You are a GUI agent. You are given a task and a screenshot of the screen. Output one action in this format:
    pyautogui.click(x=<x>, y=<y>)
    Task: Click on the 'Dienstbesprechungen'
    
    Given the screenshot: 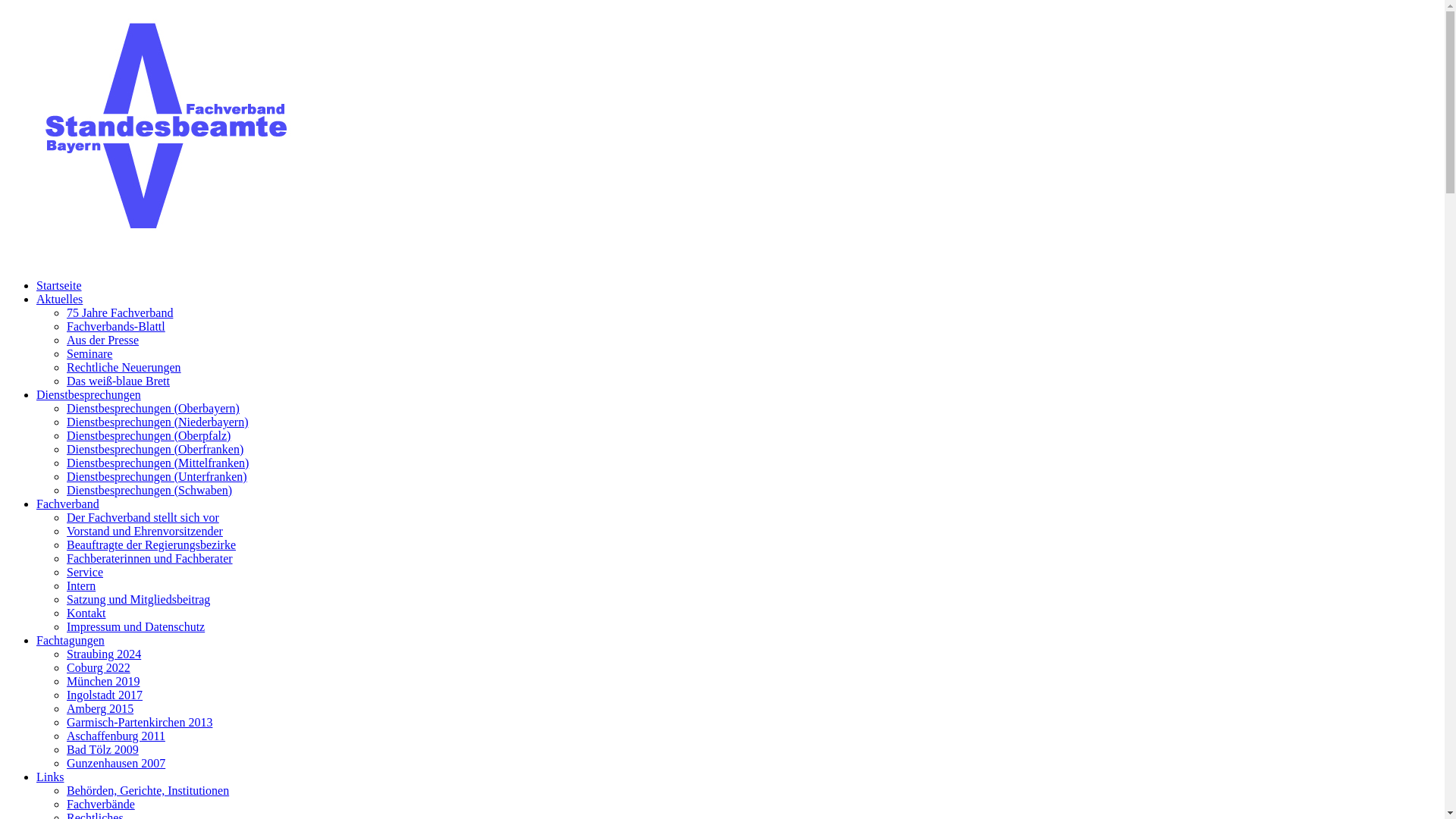 What is the action you would take?
    pyautogui.click(x=36, y=394)
    